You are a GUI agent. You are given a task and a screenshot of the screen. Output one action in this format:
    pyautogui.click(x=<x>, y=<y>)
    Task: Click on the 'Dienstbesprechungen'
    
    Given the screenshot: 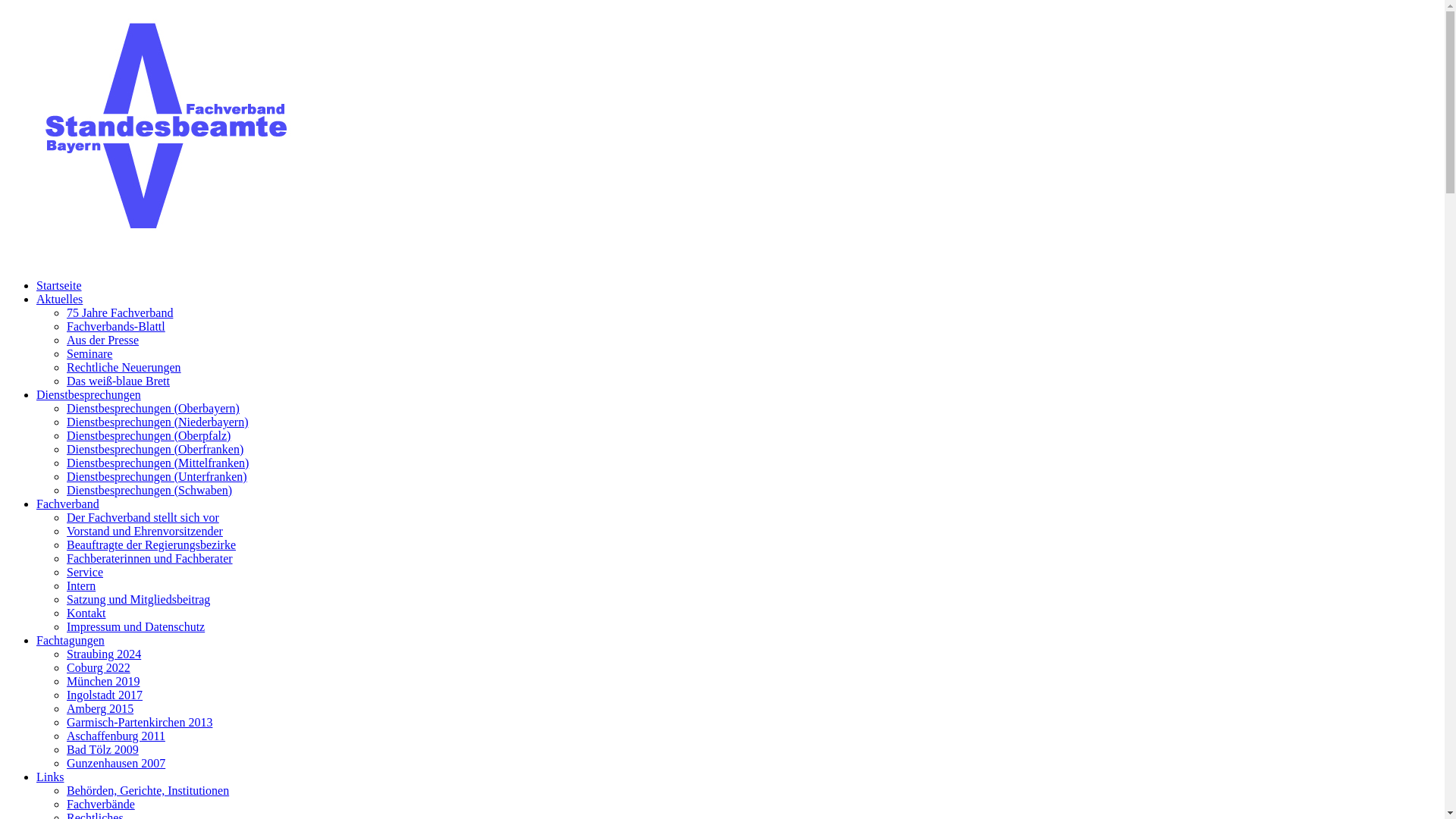 What is the action you would take?
    pyautogui.click(x=36, y=394)
    